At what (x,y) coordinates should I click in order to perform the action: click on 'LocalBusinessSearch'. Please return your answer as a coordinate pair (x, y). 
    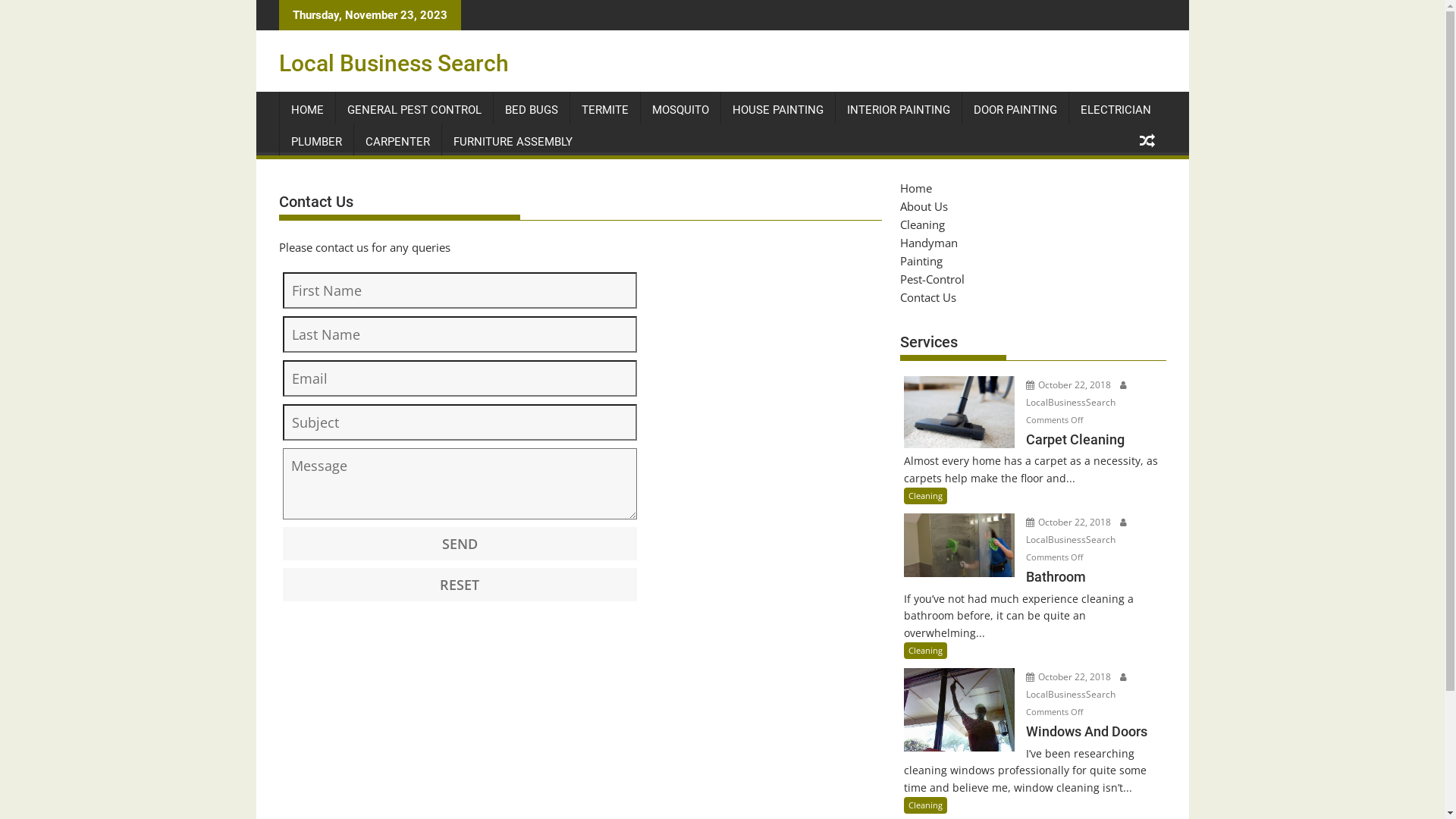
    Looking at the image, I should click on (1076, 391).